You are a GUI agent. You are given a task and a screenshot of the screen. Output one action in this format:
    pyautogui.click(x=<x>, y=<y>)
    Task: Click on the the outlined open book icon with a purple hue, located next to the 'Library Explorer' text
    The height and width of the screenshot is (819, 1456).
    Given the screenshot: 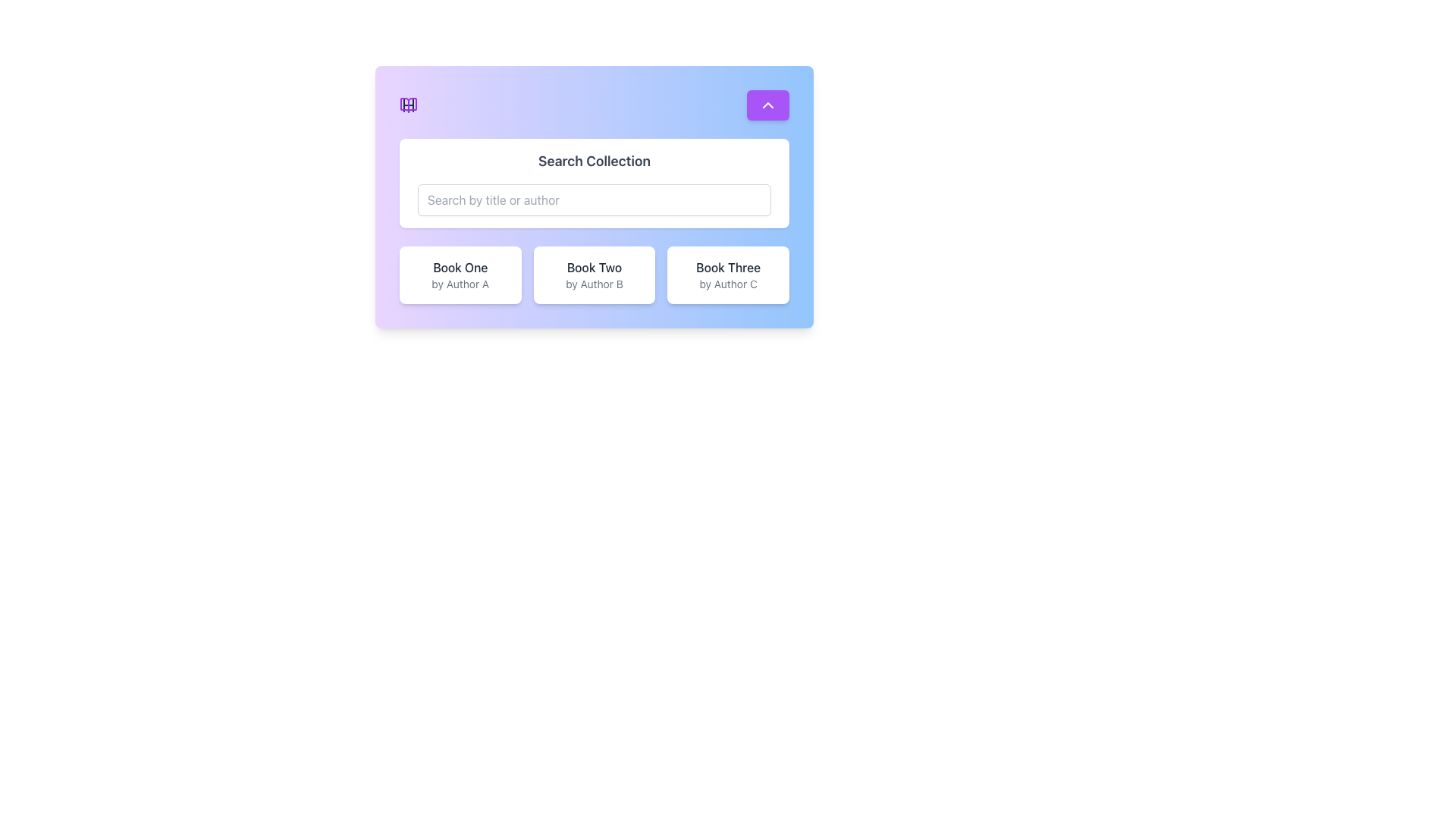 What is the action you would take?
    pyautogui.click(x=408, y=104)
    